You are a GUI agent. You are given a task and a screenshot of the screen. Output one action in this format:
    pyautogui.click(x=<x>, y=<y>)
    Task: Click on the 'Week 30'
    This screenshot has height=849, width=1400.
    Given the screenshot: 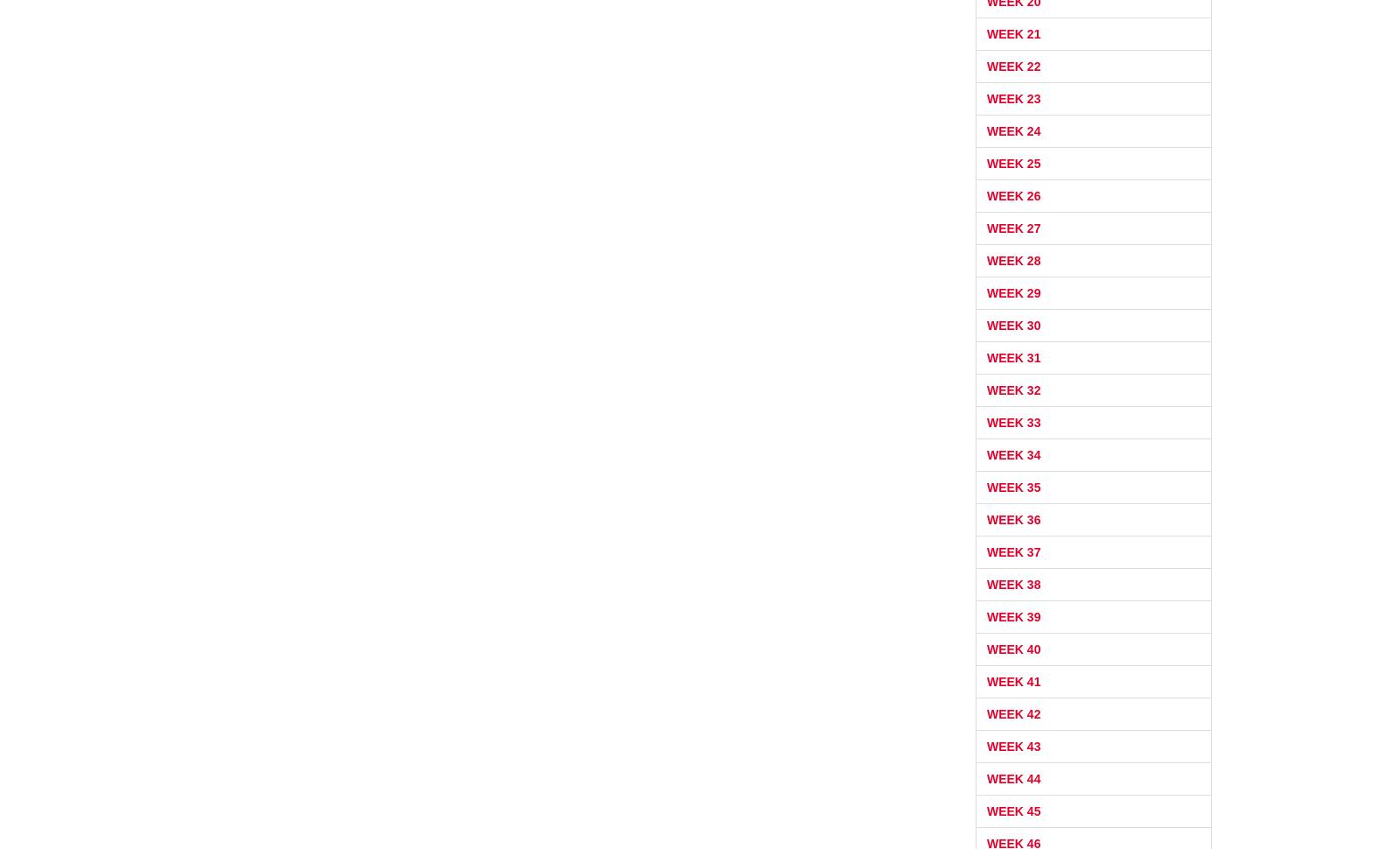 What is the action you would take?
    pyautogui.click(x=1013, y=324)
    